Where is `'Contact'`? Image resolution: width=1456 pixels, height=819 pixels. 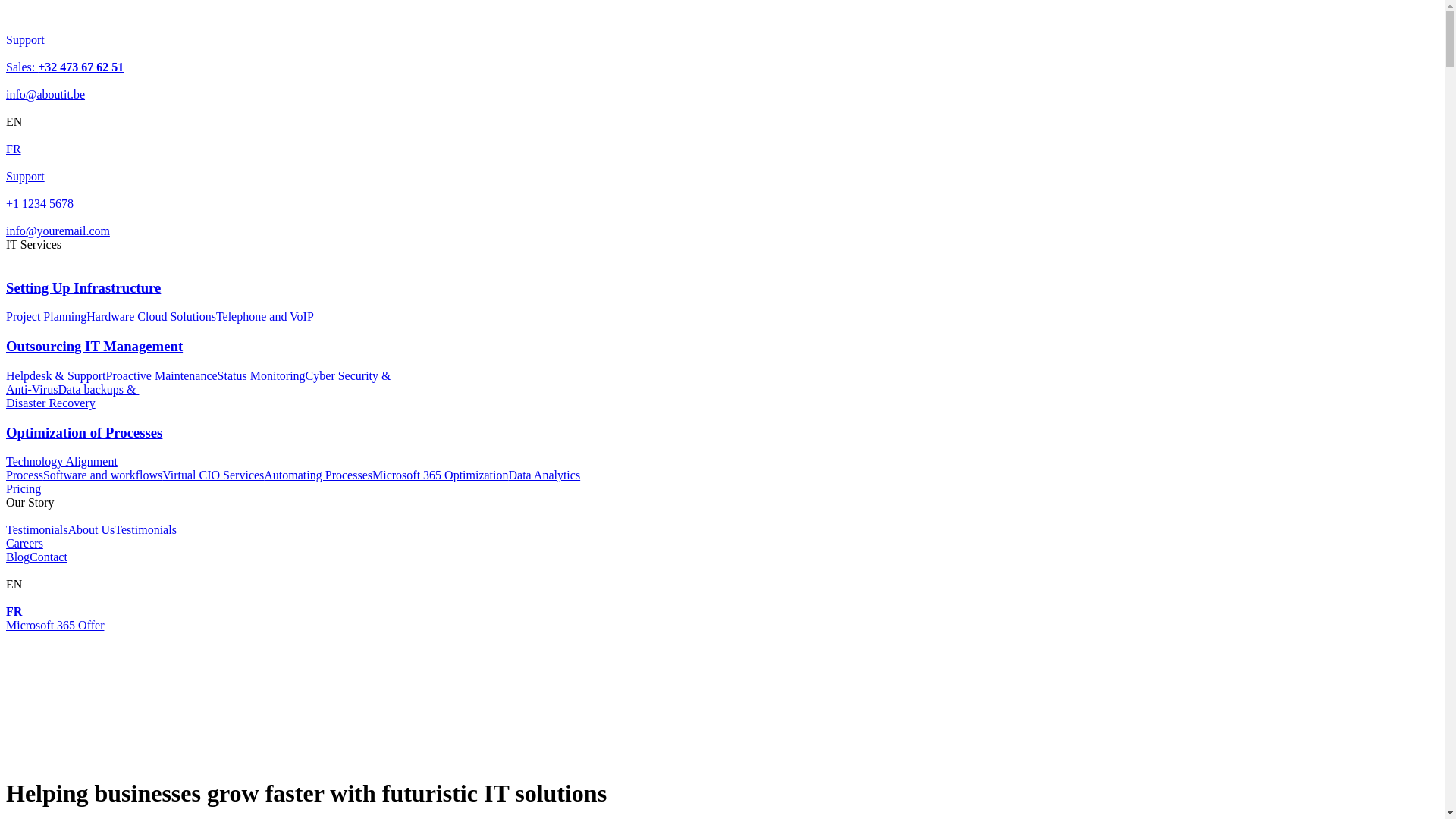 'Contact' is located at coordinates (48, 557).